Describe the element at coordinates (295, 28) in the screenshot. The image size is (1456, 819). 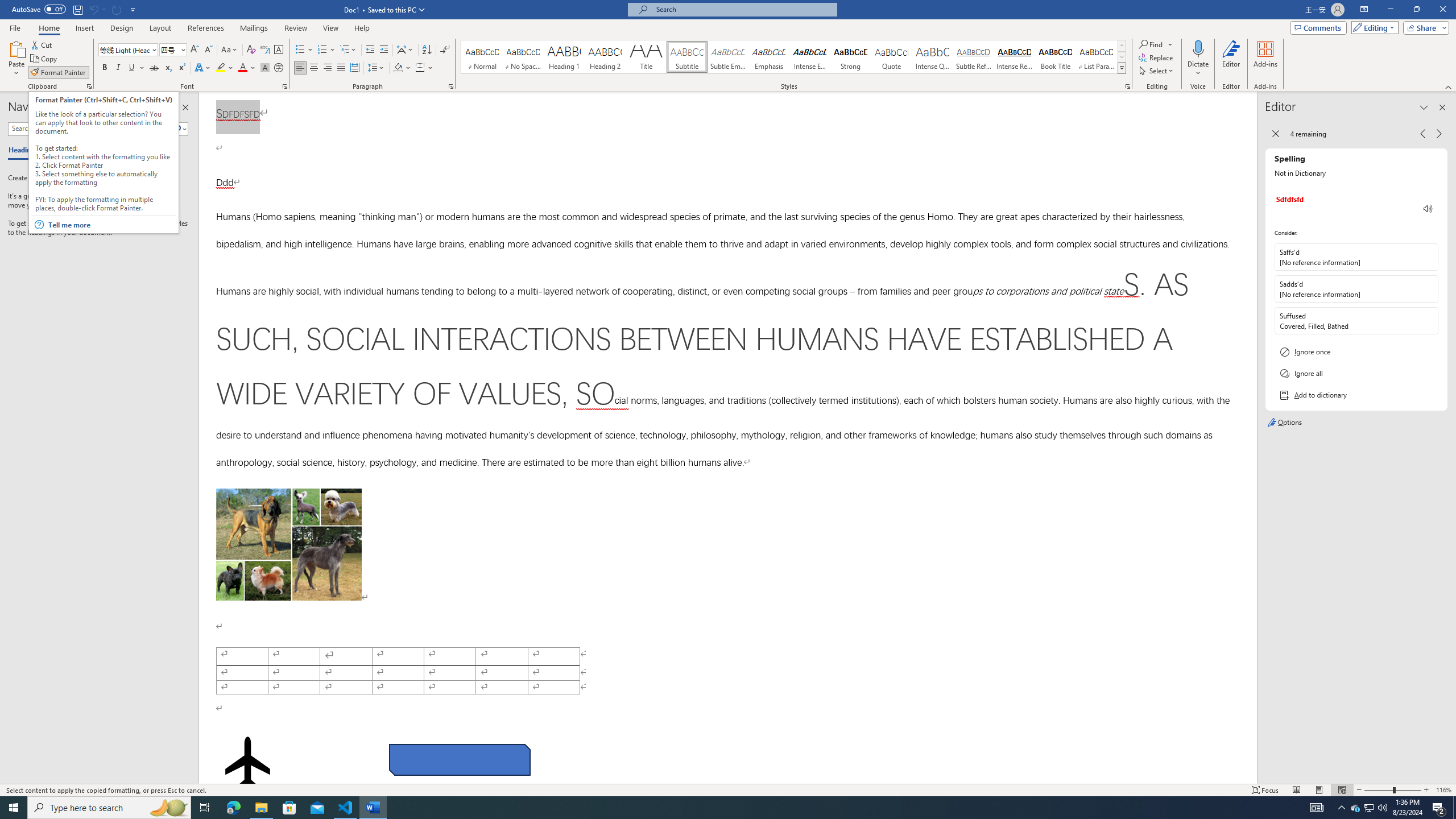
I see `'Review'` at that location.